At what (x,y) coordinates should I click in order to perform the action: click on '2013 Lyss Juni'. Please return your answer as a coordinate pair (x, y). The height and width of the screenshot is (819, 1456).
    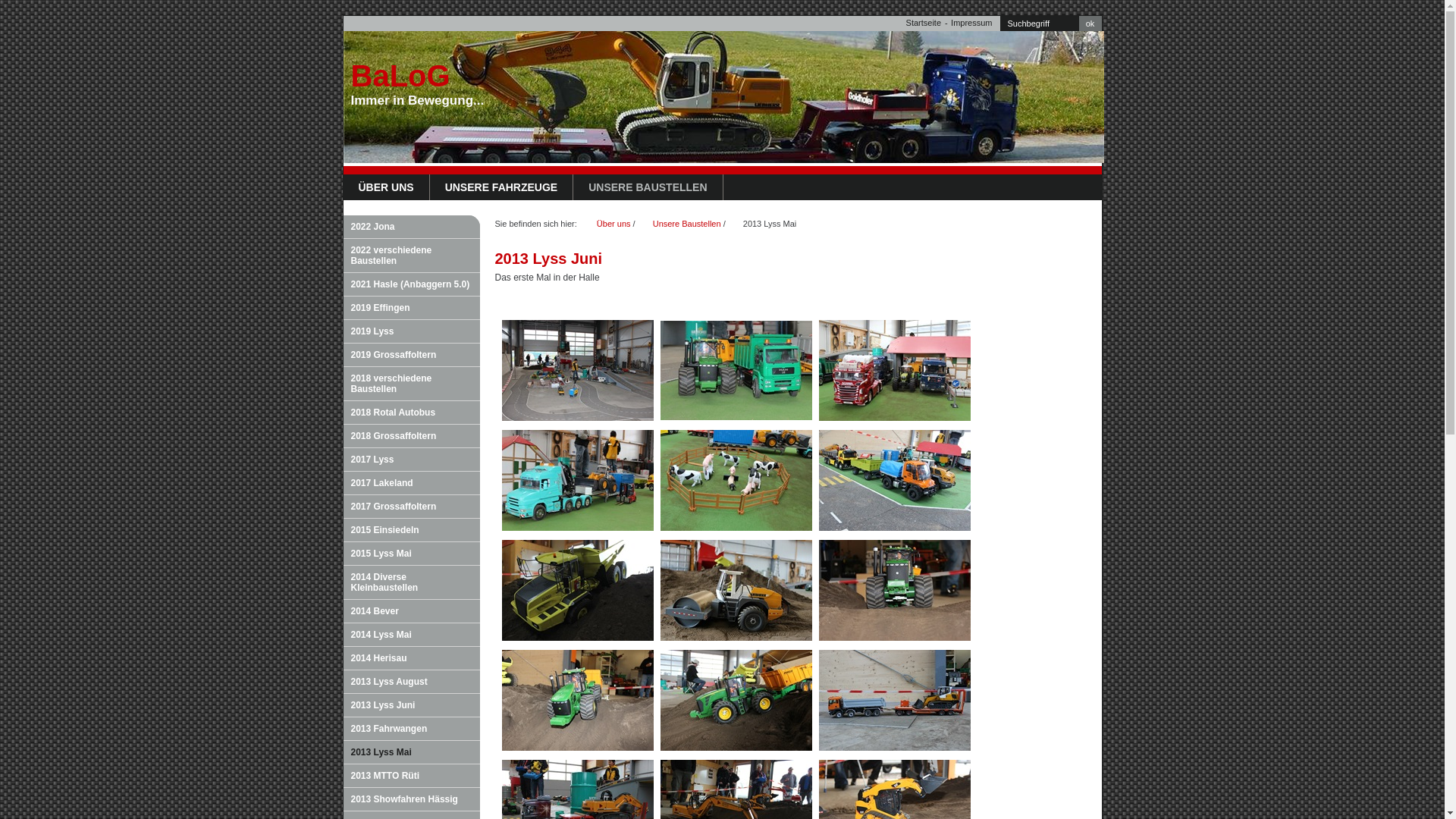
    Looking at the image, I should click on (411, 705).